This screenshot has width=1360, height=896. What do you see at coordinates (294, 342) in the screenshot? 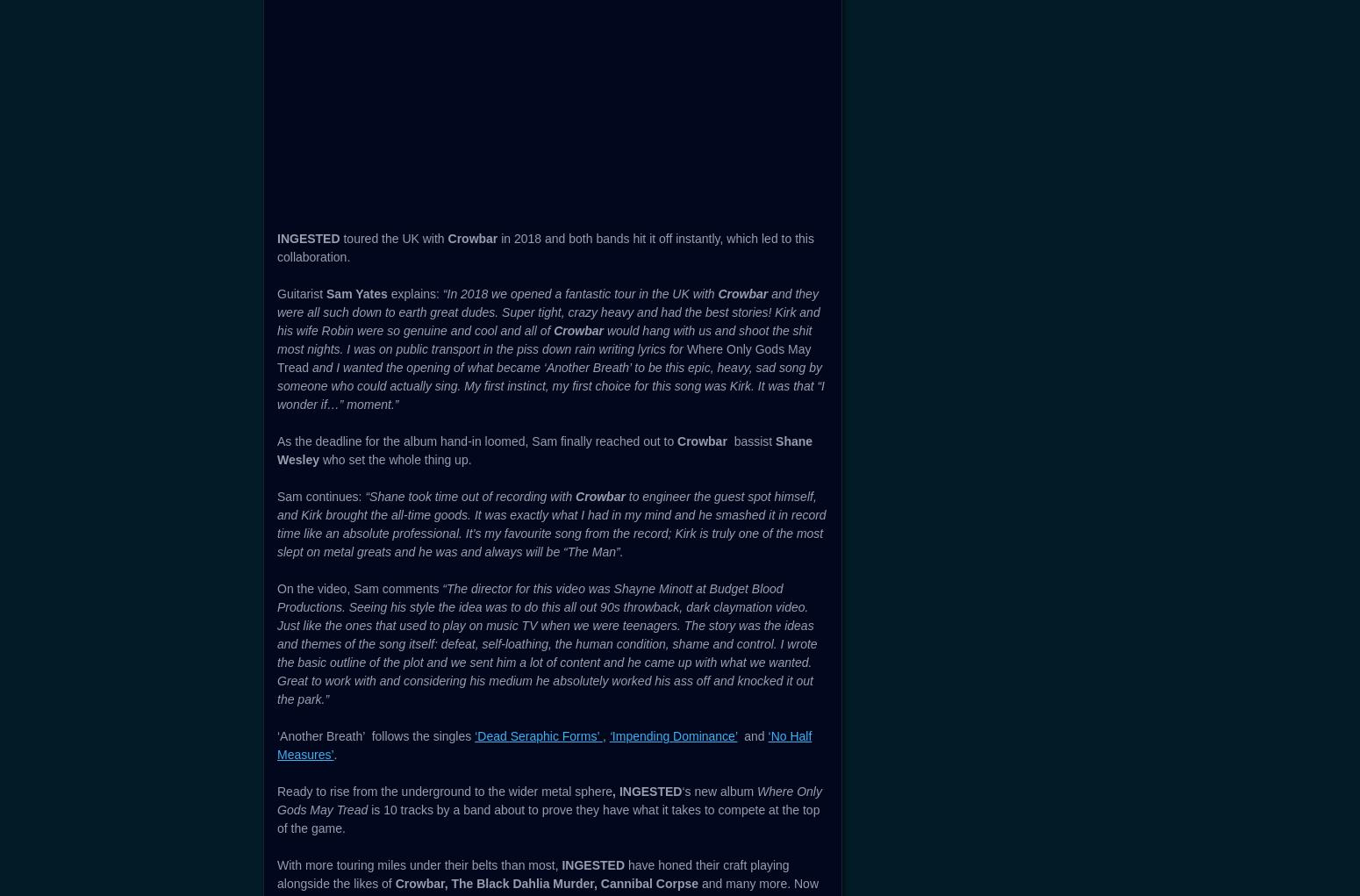
I see `'Unique Leader'` at bounding box center [294, 342].